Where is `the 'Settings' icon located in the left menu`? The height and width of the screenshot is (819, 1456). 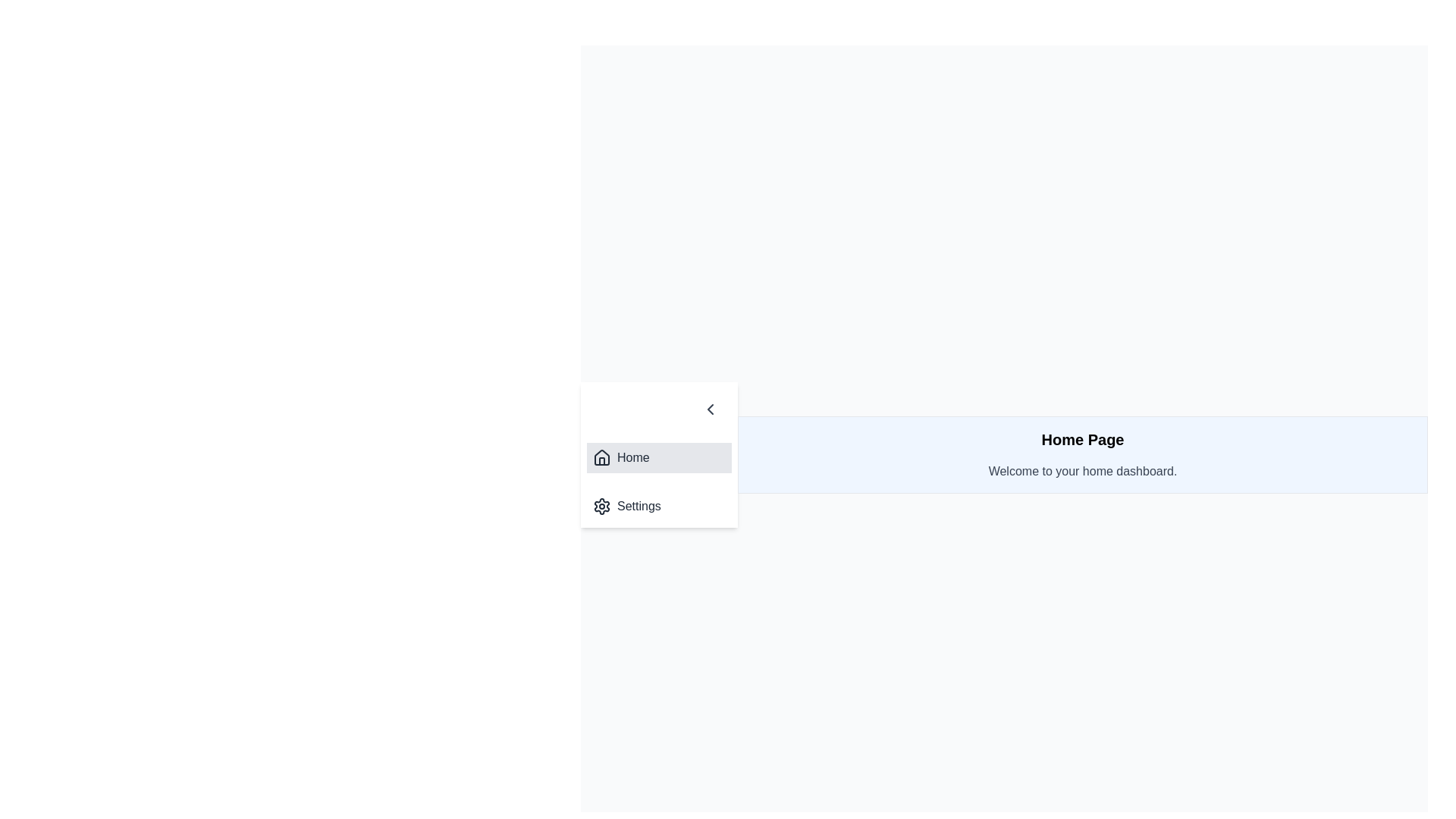
the 'Settings' icon located in the left menu is located at coordinates (601, 506).